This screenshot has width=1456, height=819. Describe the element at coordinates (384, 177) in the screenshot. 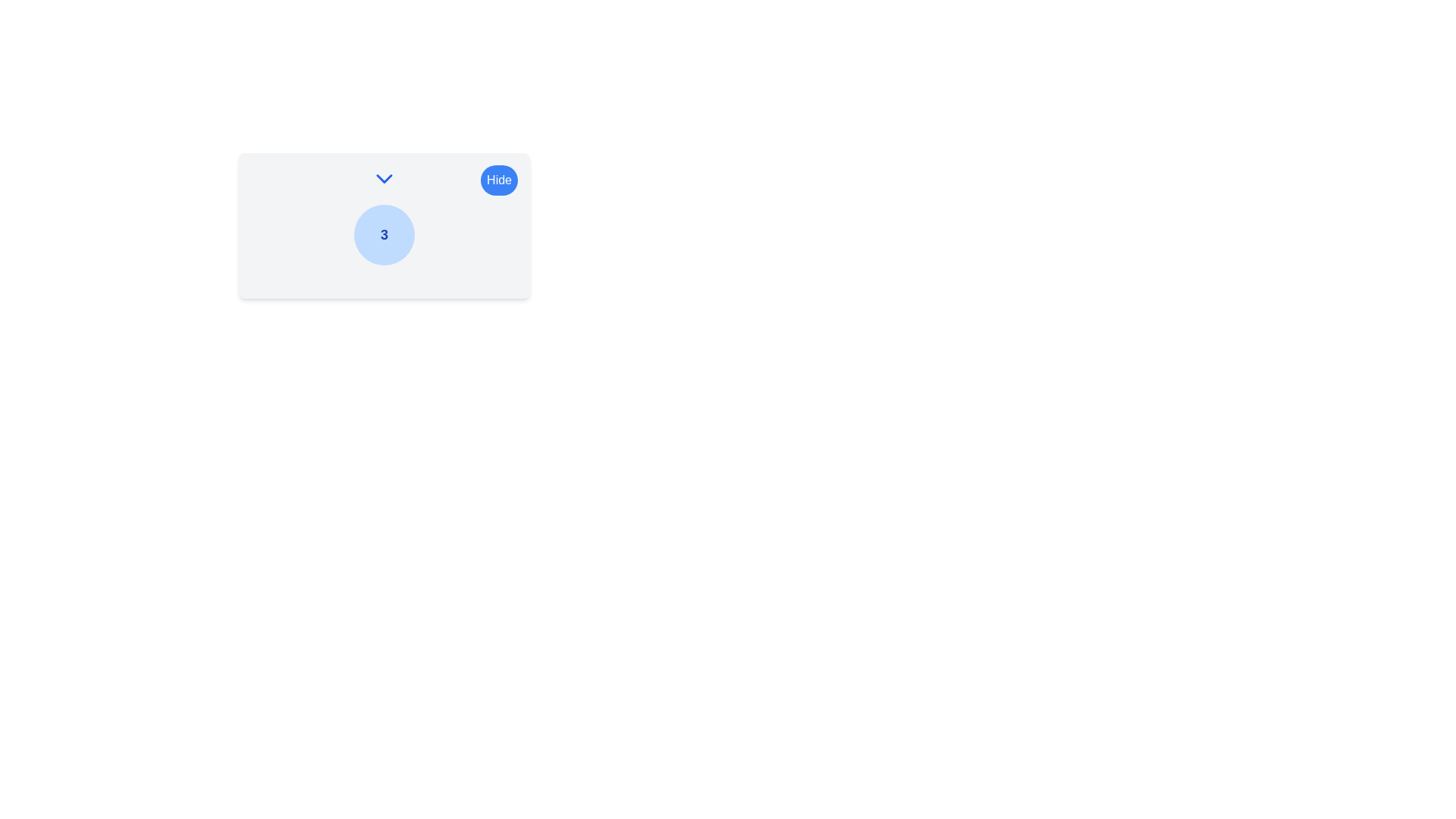

I see `the blue chevron-shaped arrow icon` at that location.